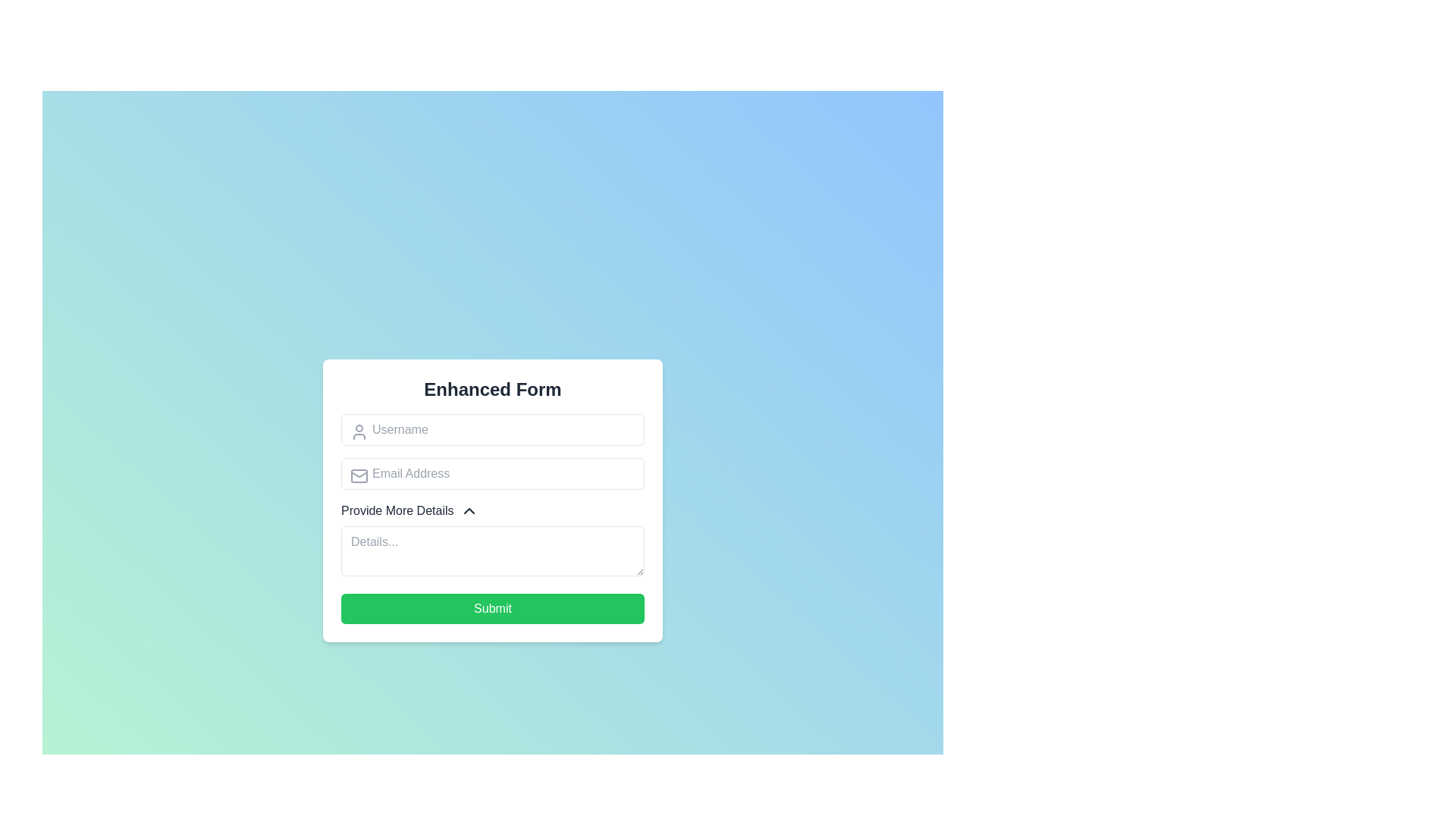 The height and width of the screenshot is (819, 1456). What do you see at coordinates (492, 607) in the screenshot?
I see `the submit button located at the bottom of the 'Enhanced Form' panel` at bounding box center [492, 607].